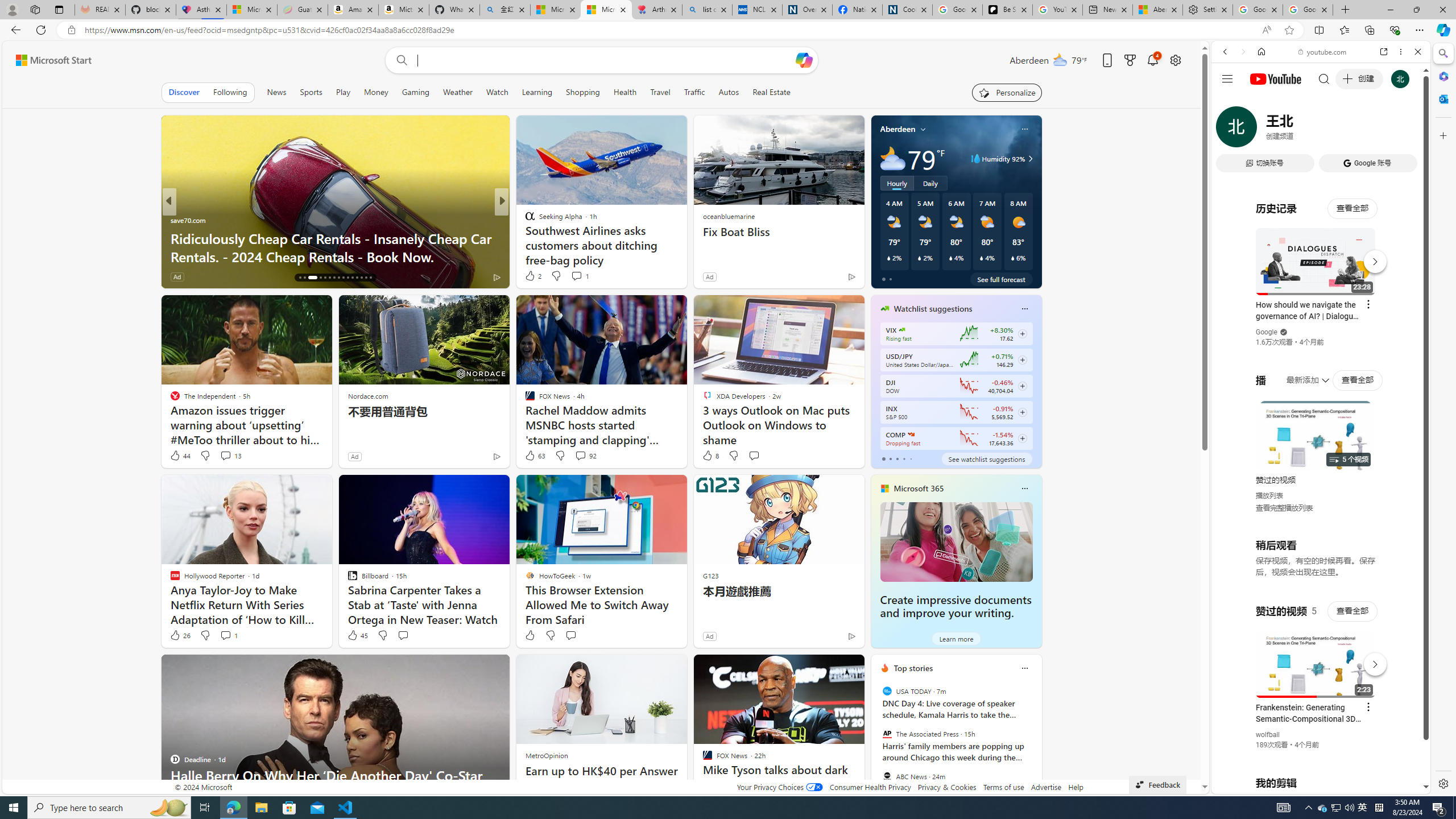 This screenshot has width=1456, height=819. I want to click on '44 Like', so click(179, 455).